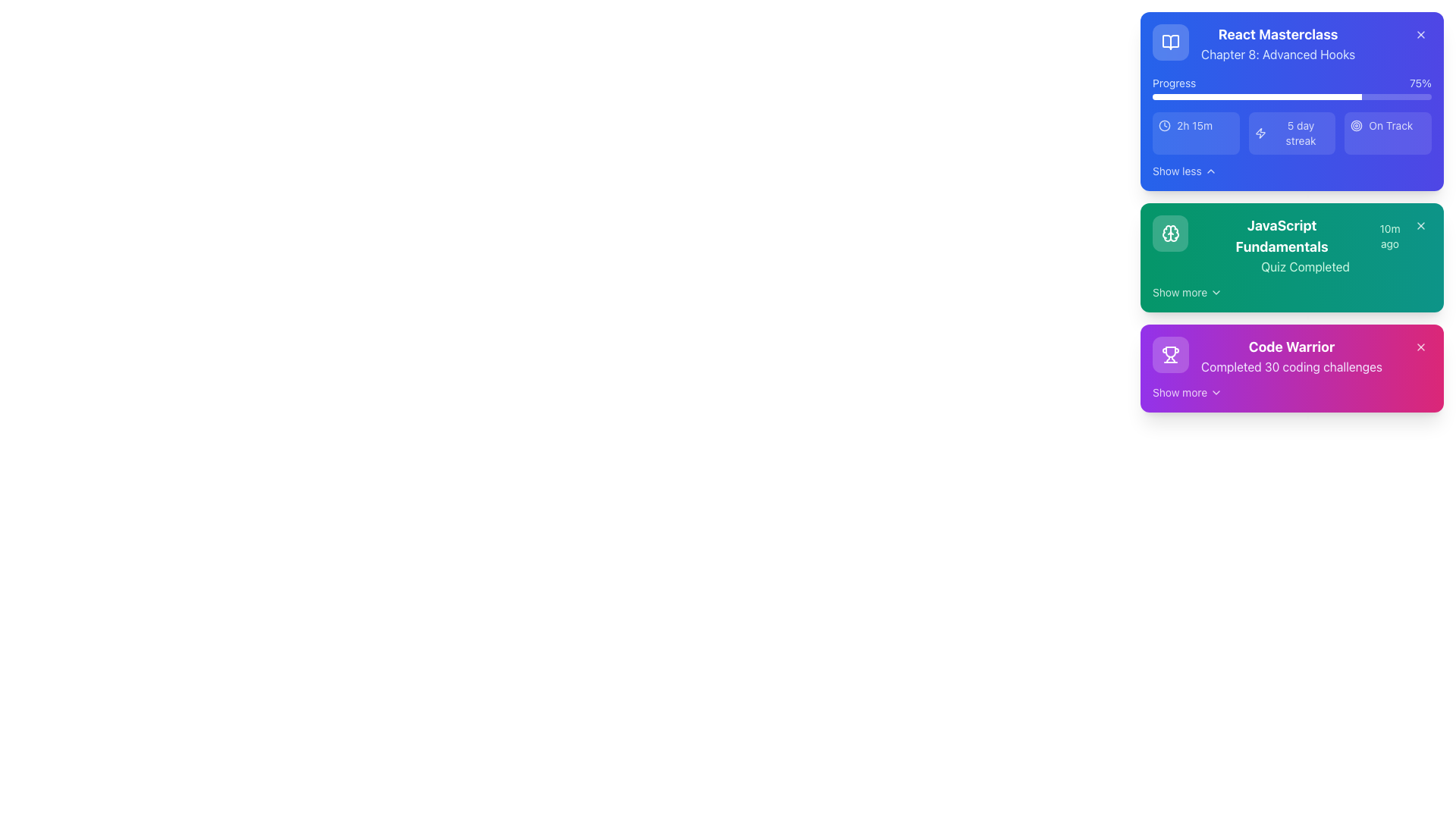 This screenshot has width=1456, height=819. What do you see at coordinates (1291, 133) in the screenshot?
I see `the Composite information display, which contains items like '2h 15m', '5 day streak' with a lightning bolt icon, and 'On Track' with a target icon, located below the progress indicator in the 'React Masterclass' section` at bounding box center [1291, 133].